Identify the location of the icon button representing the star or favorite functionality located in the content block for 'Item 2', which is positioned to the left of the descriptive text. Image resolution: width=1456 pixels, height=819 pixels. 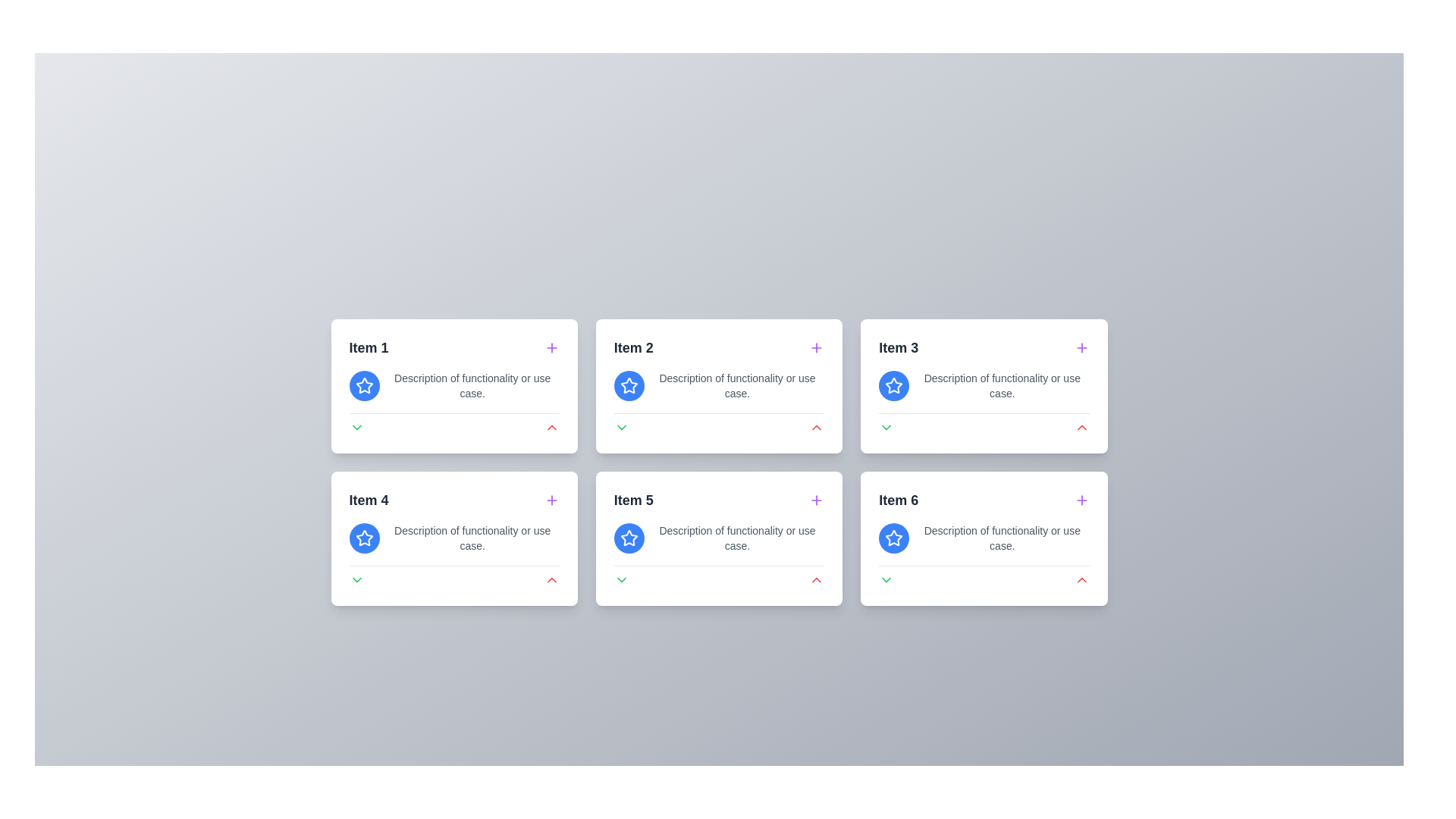
(629, 385).